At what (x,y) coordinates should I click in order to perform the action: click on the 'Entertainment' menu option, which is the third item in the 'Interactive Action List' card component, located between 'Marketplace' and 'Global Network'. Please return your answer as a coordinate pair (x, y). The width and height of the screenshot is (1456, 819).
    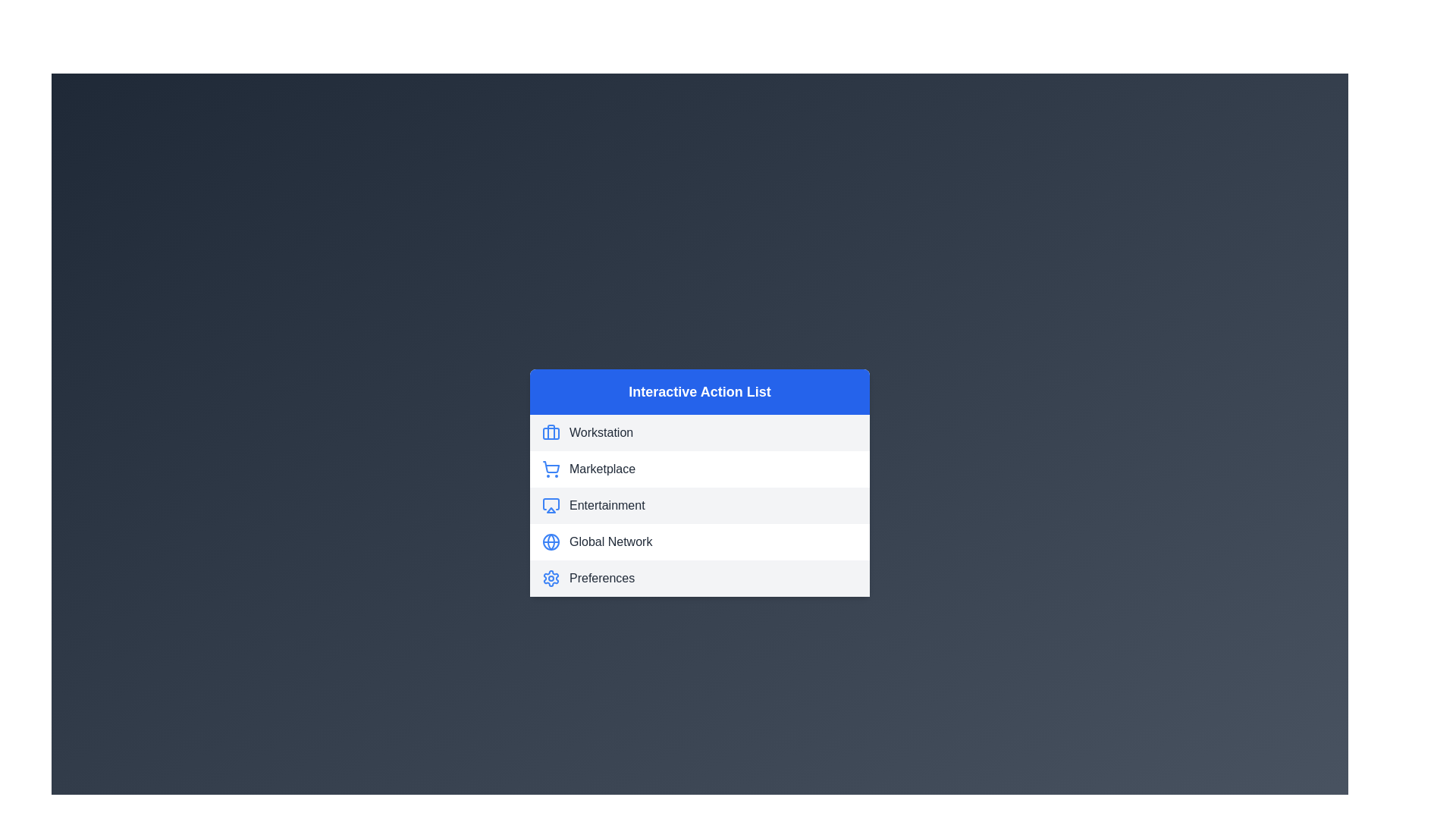
    Looking at the image, I should click on (698, 506).